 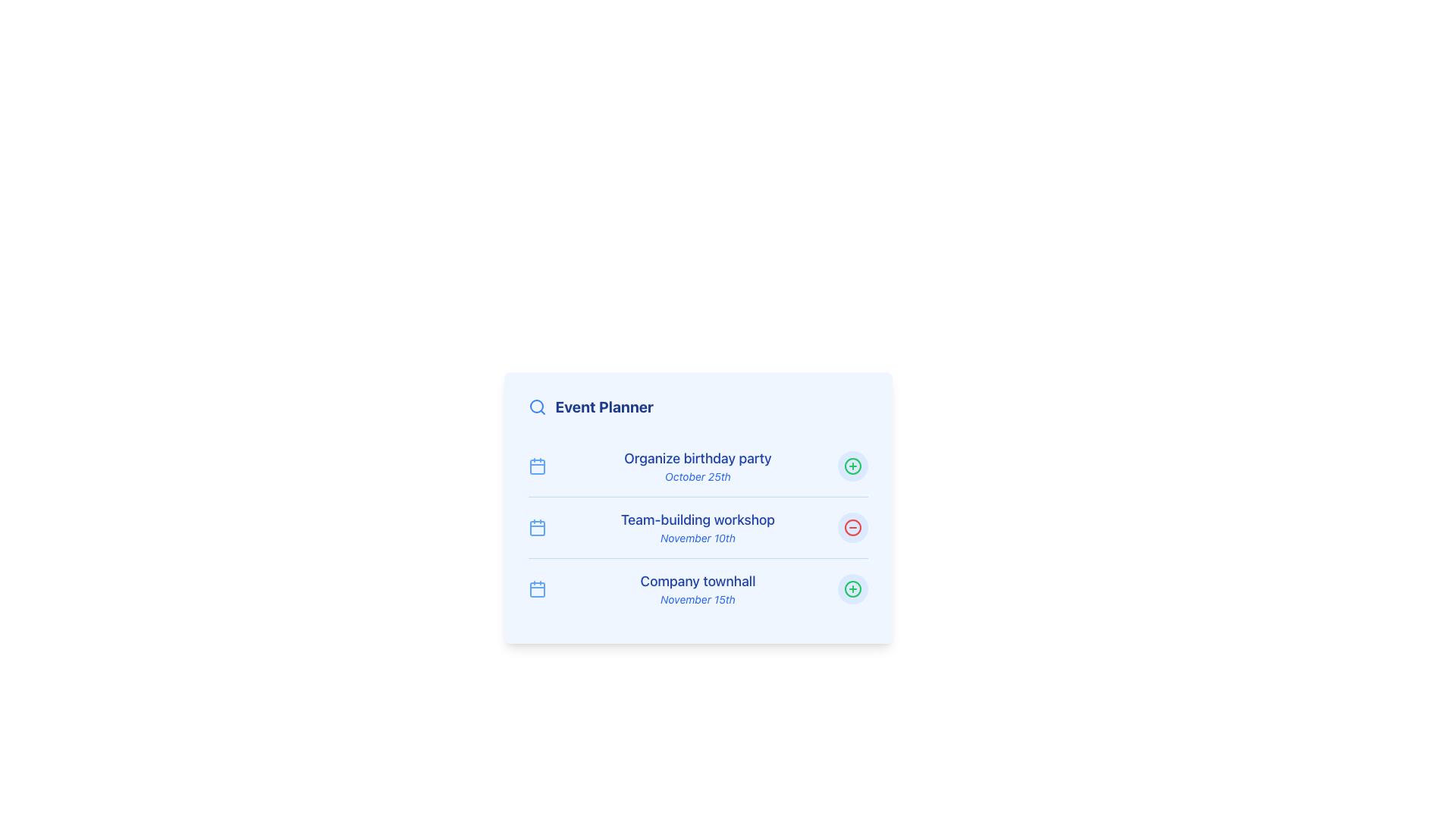 What do you see at coordinates (852, 588) in the screenshot?
I see `the green circular button with a plus symbol associated with the 'Organize birthday party' task to observe any hover effects` at bounding box center [852, 588].